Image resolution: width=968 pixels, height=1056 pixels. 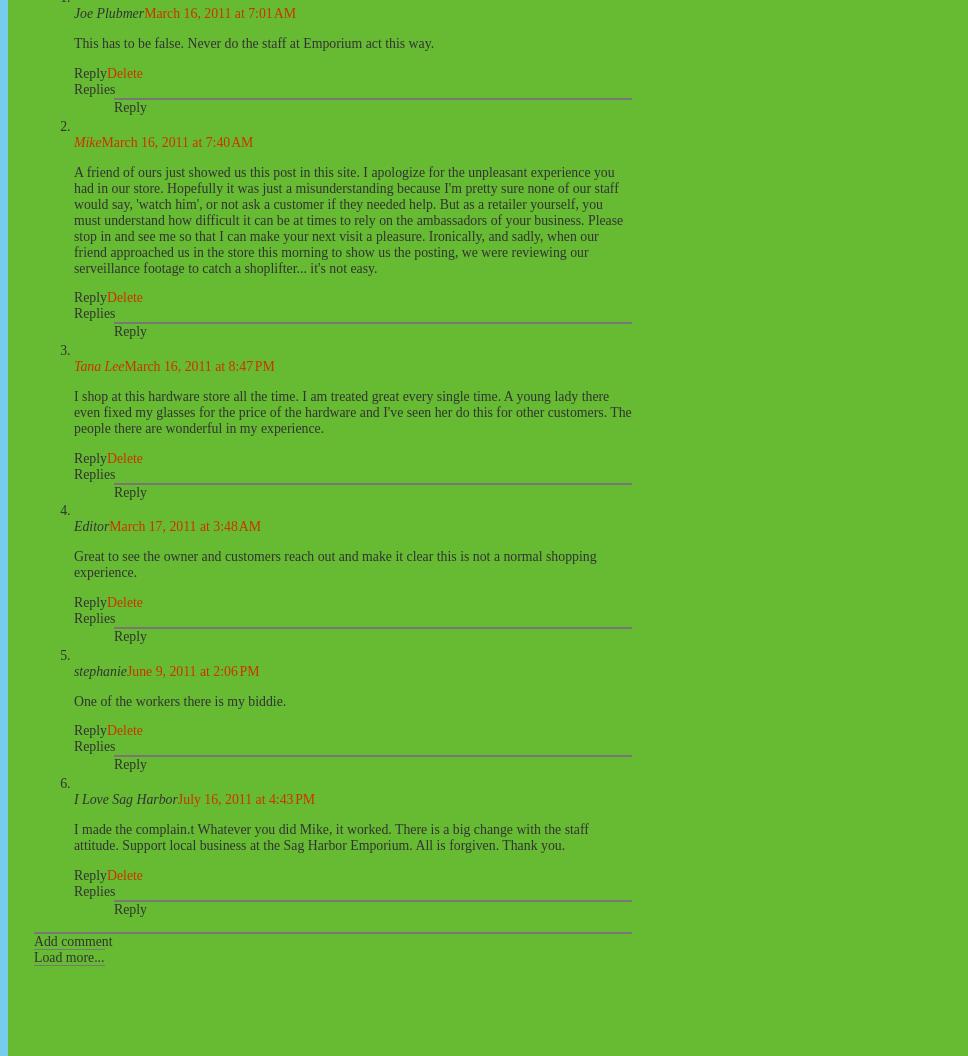 What do you see at coordinates (335, 564) in the screenshot?
I see `'Great to see the owner and customers reach out and make it clear this is not a normal shopping experience.'` at bounding box center [335, 564].